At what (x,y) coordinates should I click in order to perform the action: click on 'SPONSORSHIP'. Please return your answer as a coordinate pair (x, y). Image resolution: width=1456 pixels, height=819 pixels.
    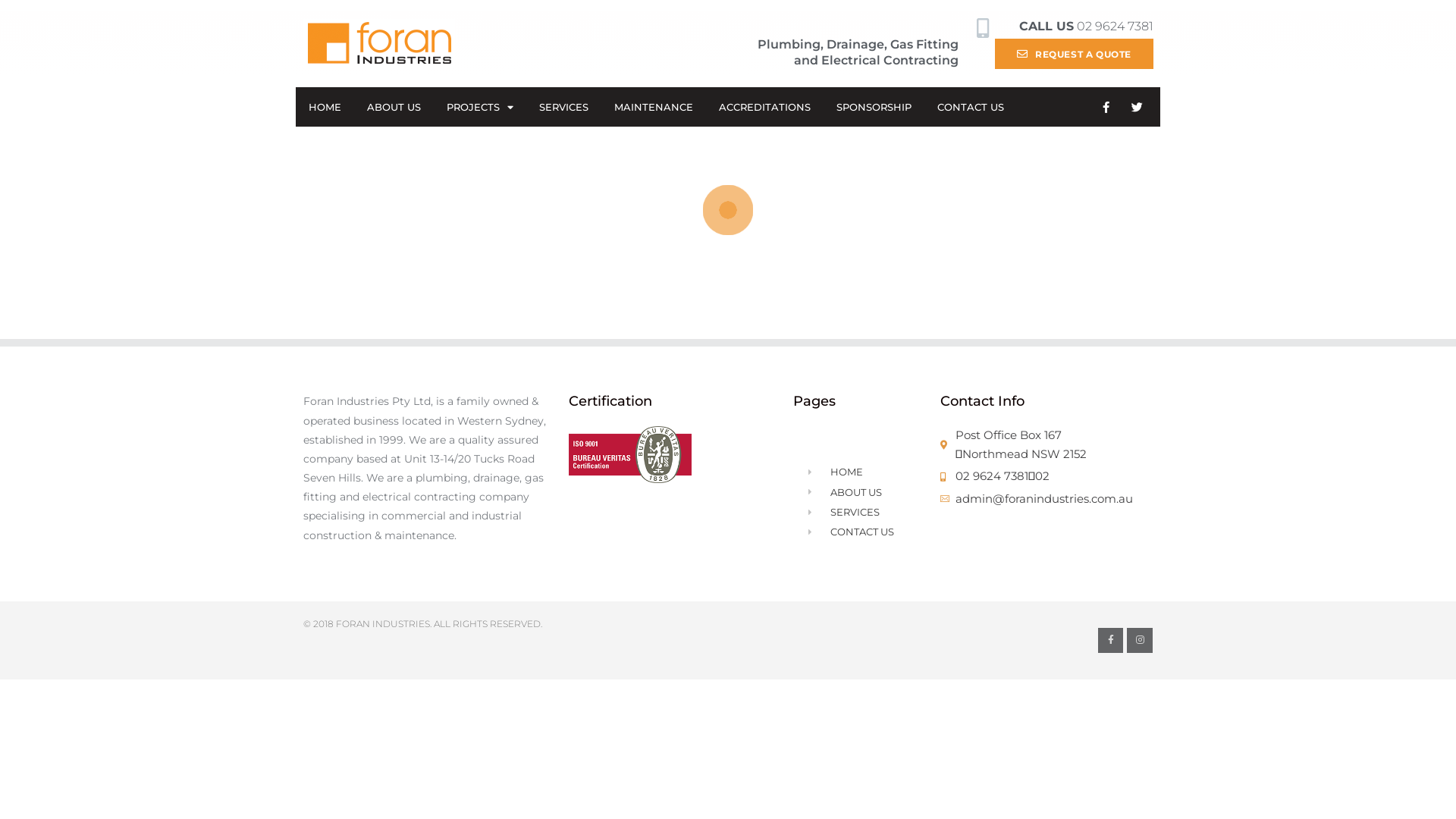
    Looking at the image, I should click on (874, 106).